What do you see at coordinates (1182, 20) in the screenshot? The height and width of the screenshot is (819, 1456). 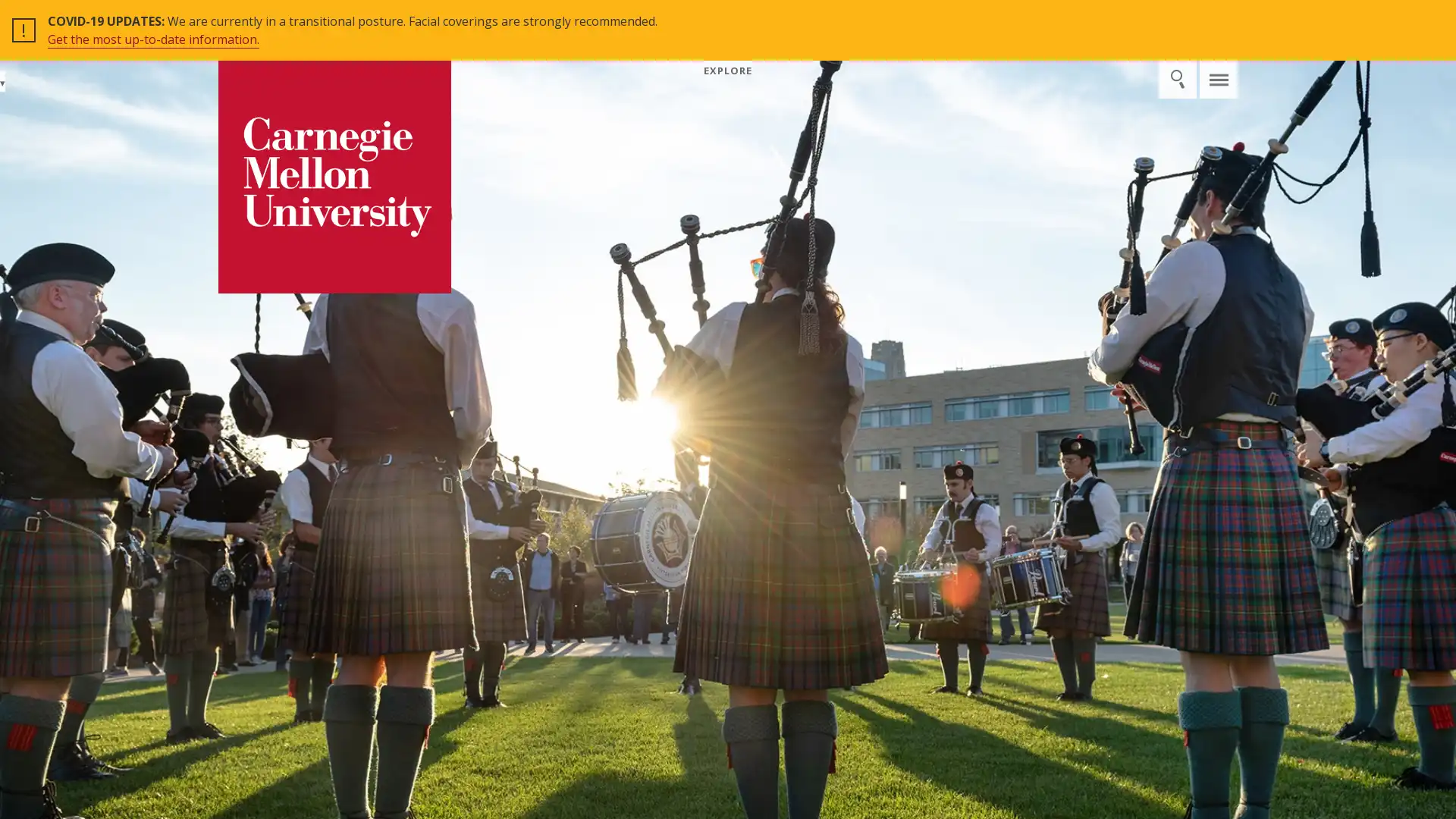 I see `Search` at bounding box center [1182, 20].